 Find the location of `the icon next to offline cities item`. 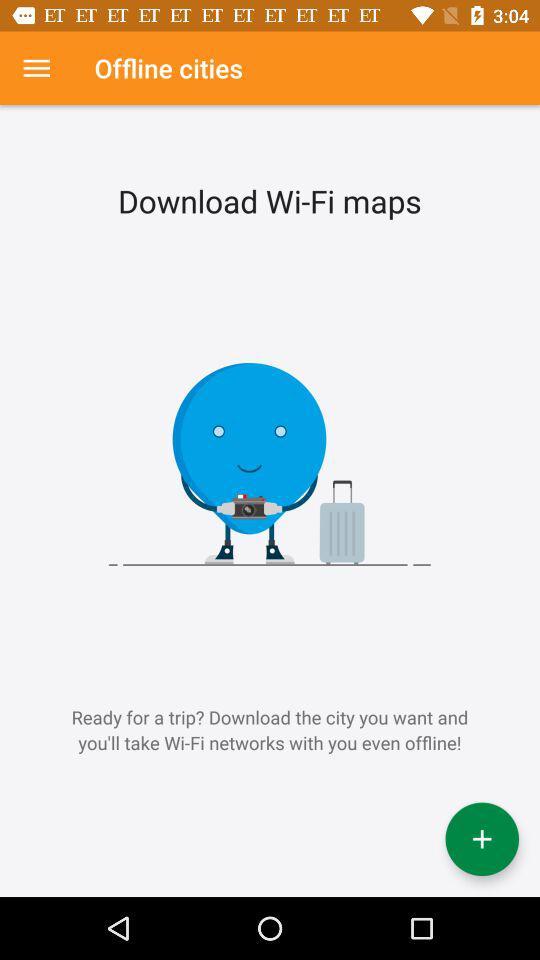

the icon next to offline cities item is located at coordinates (36, 68).